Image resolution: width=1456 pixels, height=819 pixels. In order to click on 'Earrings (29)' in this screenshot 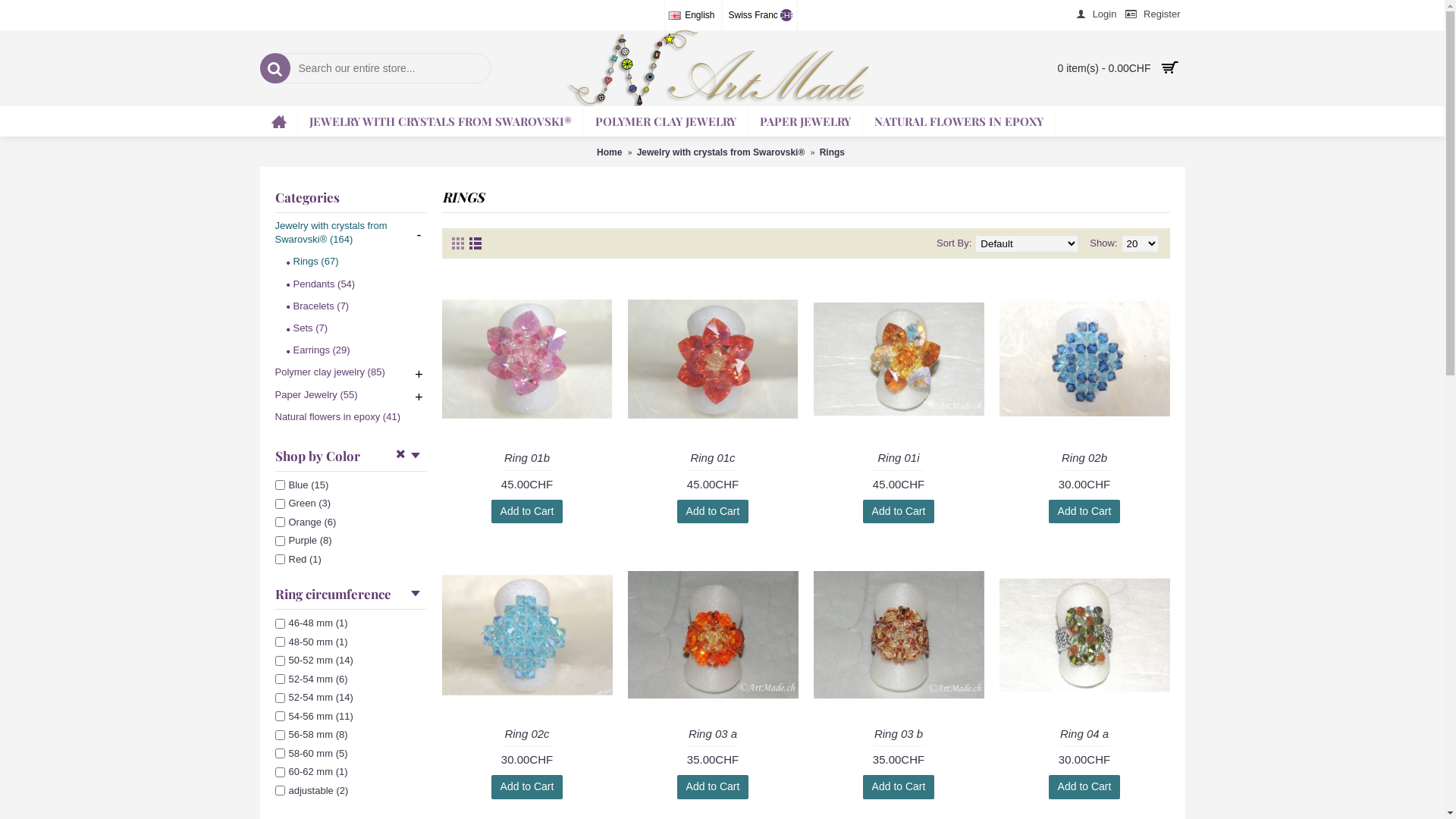, I will do `click(349, 348)`.